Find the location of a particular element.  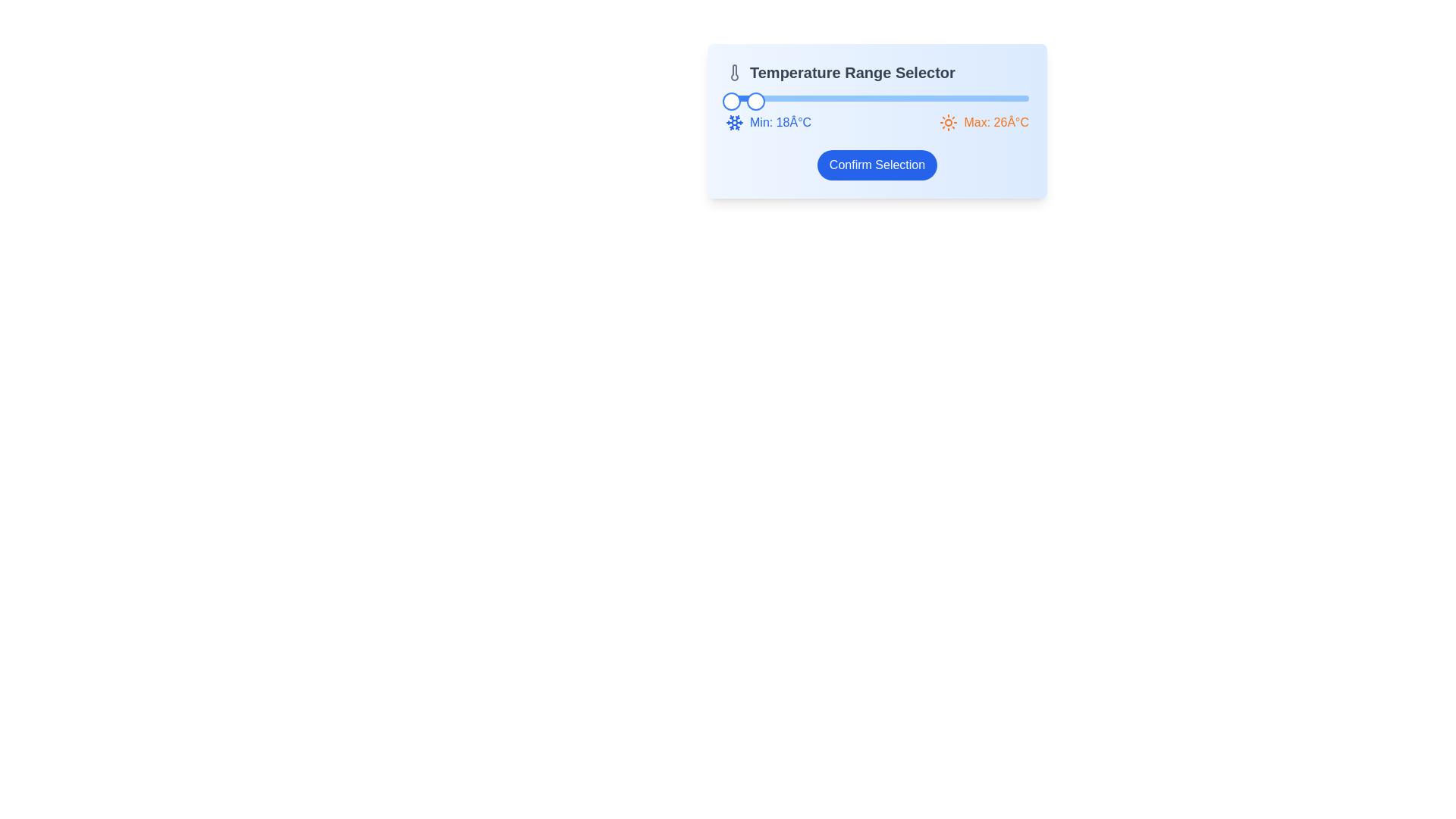

the orange sun icon located next to the text 'Max: 26°C', which features a circular center and radial lines, indicating a maximum temperature is located at coordinates (948, 122).